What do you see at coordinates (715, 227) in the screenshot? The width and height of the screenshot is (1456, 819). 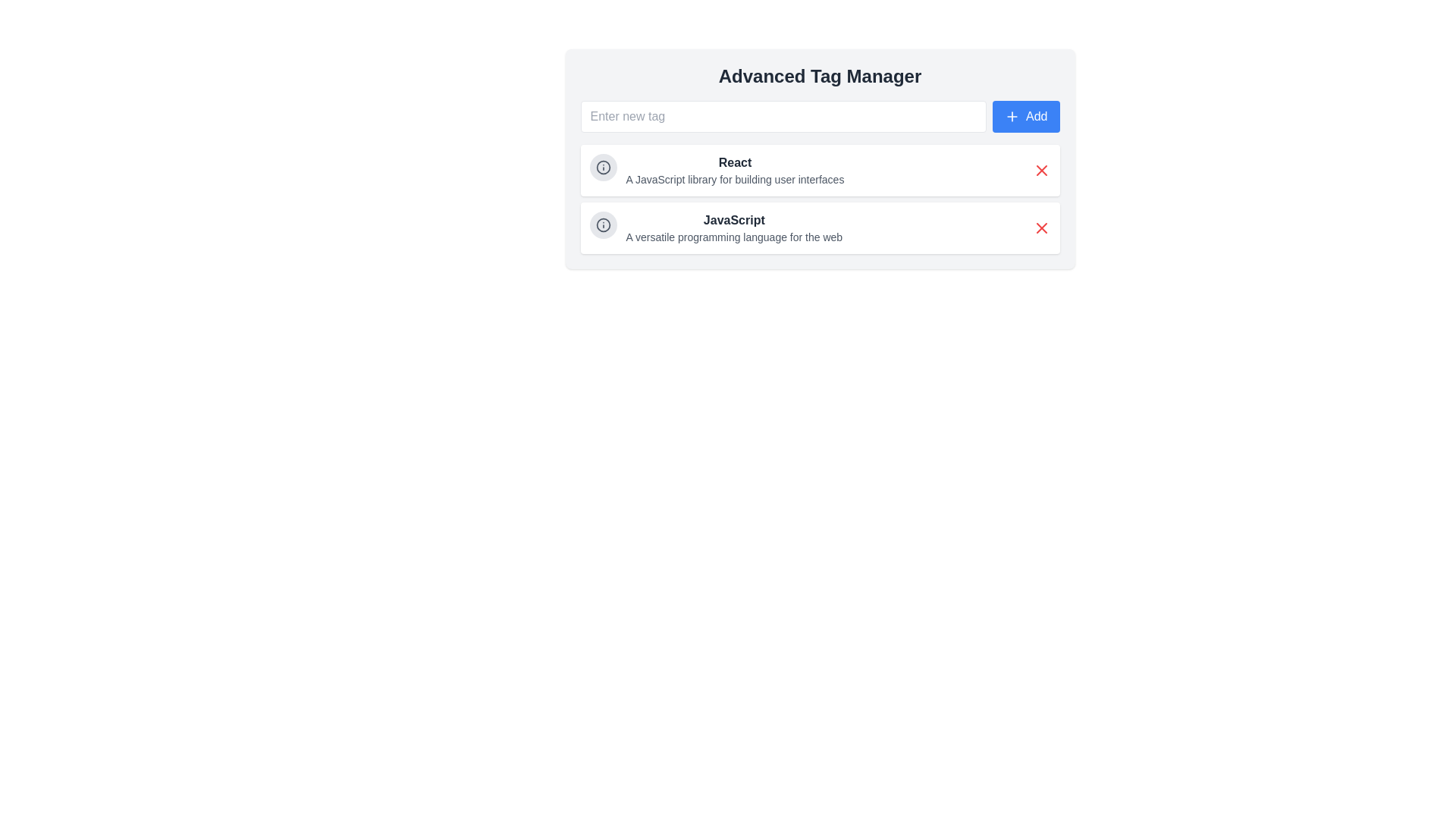 I see `the informational list item titled 'JavaScript' that describes it as 'A versatile programming language for the web'` at bounding box center [715, 227].